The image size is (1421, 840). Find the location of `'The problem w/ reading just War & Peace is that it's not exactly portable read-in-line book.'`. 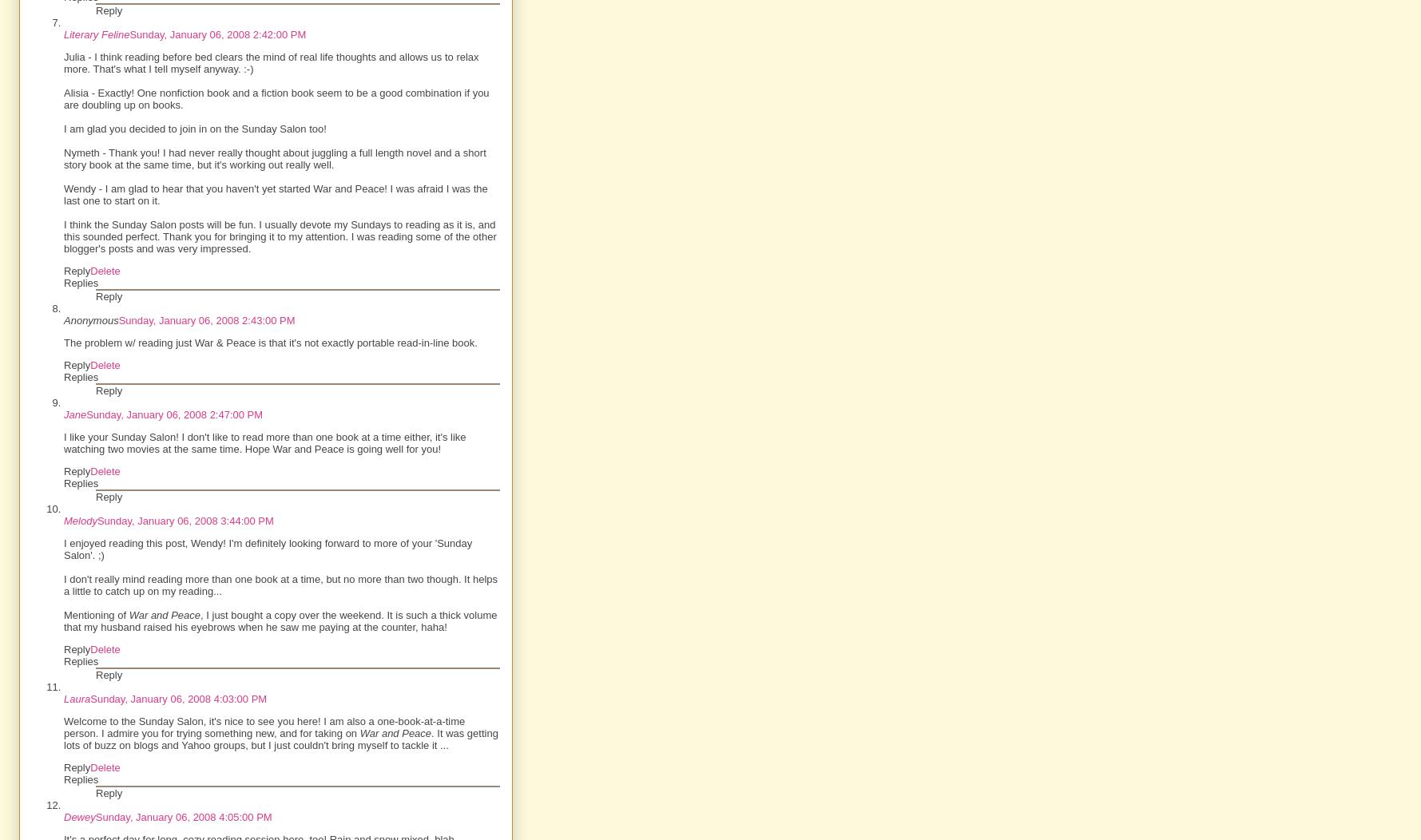

'The problem w/ reading just War & Peace is that it's not exactly portable read-in-line book.' is located at coordinates (270, 342).